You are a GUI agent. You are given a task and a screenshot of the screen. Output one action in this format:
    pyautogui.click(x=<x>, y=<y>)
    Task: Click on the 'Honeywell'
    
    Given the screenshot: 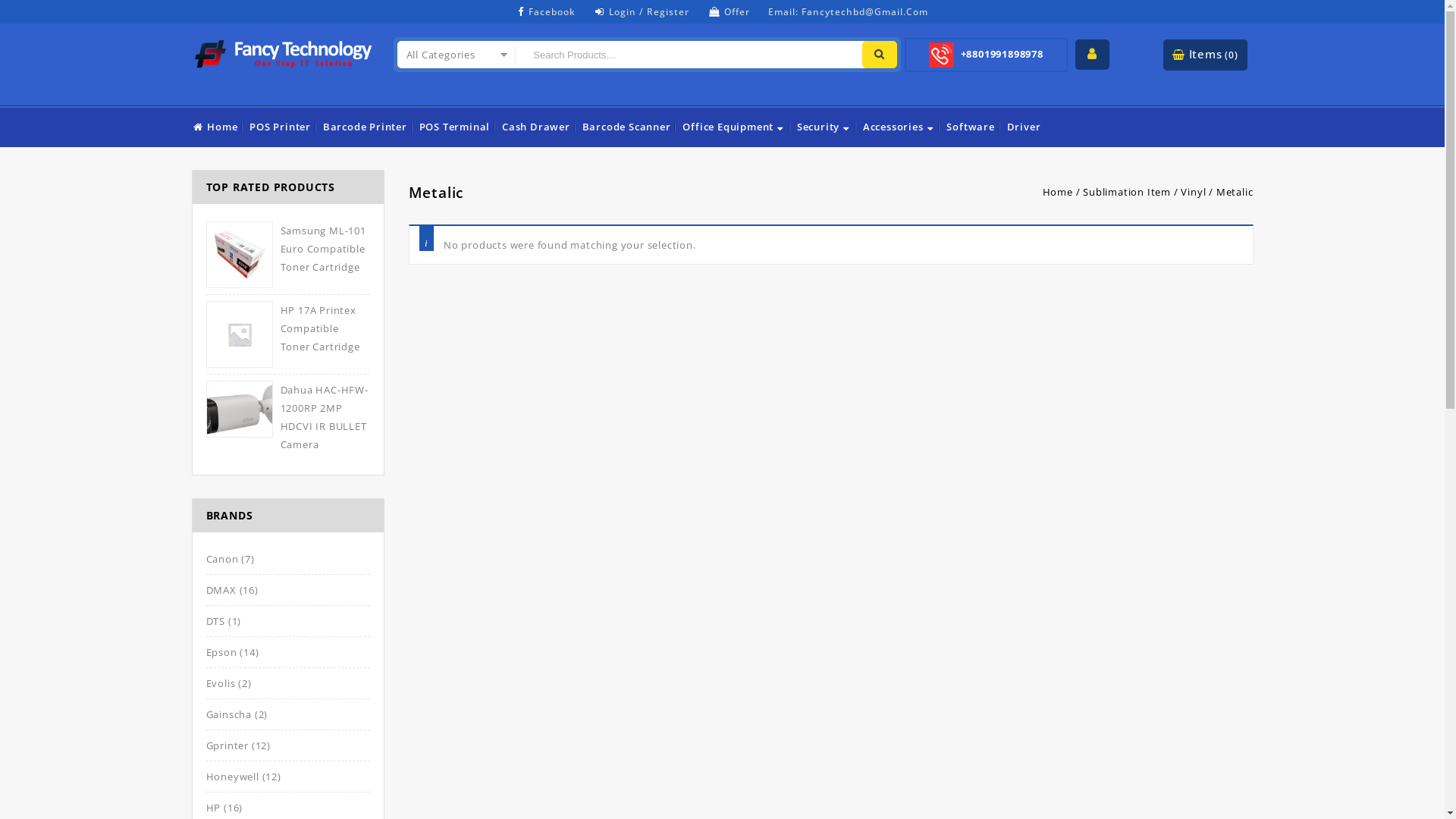 What is the action you would take?
    pyautogui.click(x=232, y=776)
    